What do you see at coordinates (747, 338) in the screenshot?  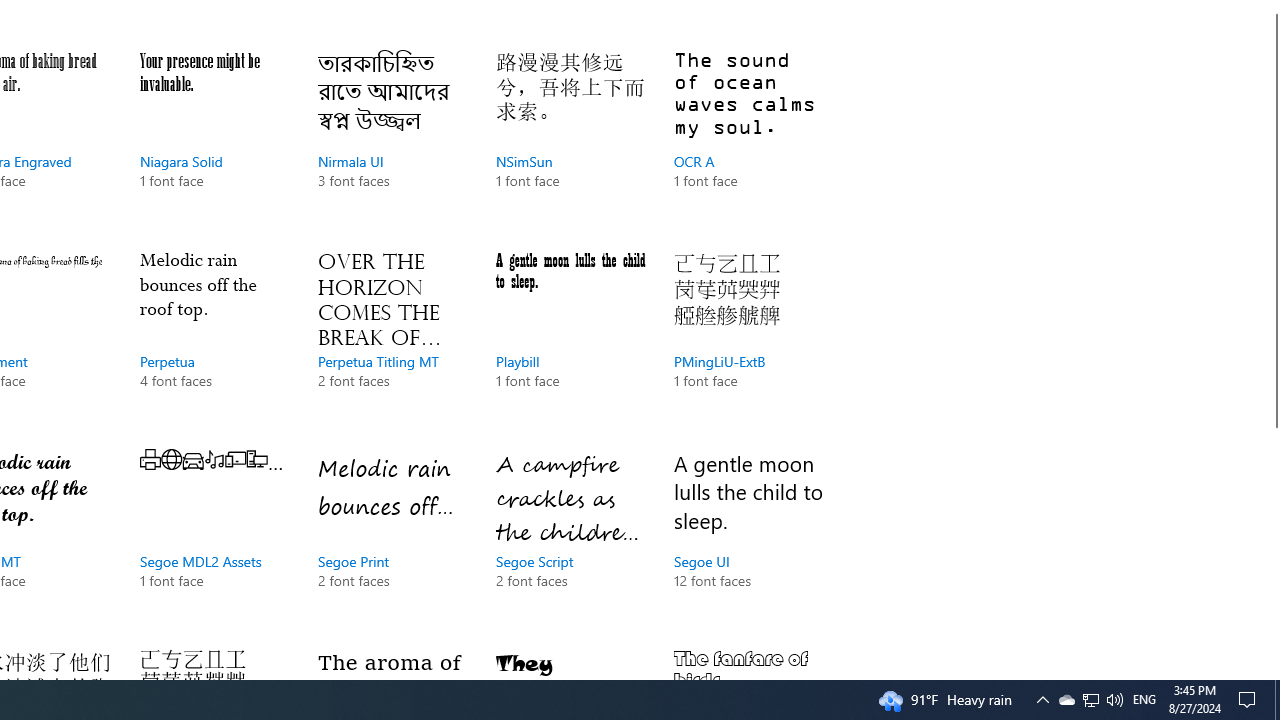 I see `'PMingLiU-ExtB, 1 font face'` at bounding box center [747, 338].